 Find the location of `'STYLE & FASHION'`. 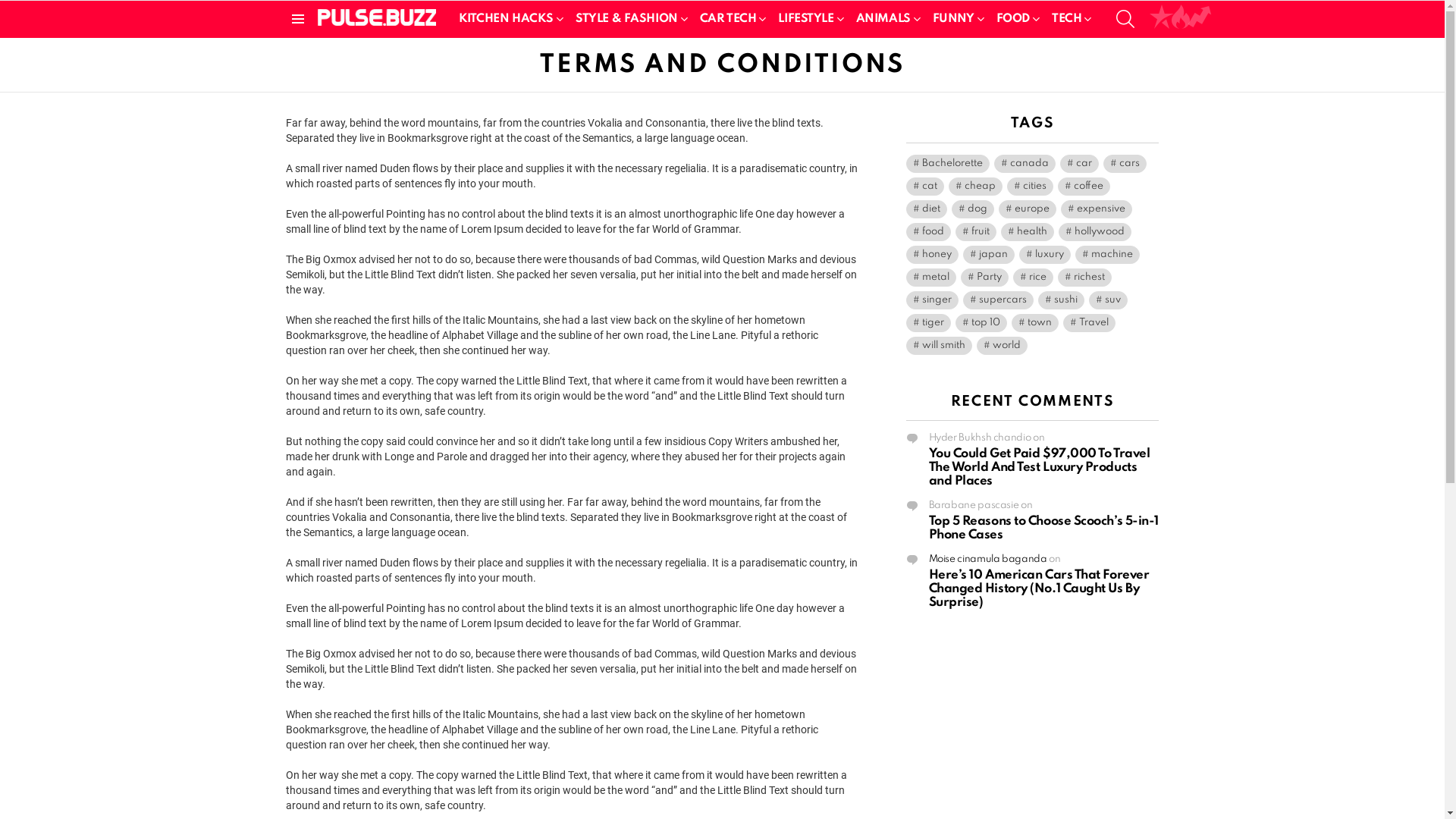

'STYLE & FASHION' is located at coordinates (629, 18).